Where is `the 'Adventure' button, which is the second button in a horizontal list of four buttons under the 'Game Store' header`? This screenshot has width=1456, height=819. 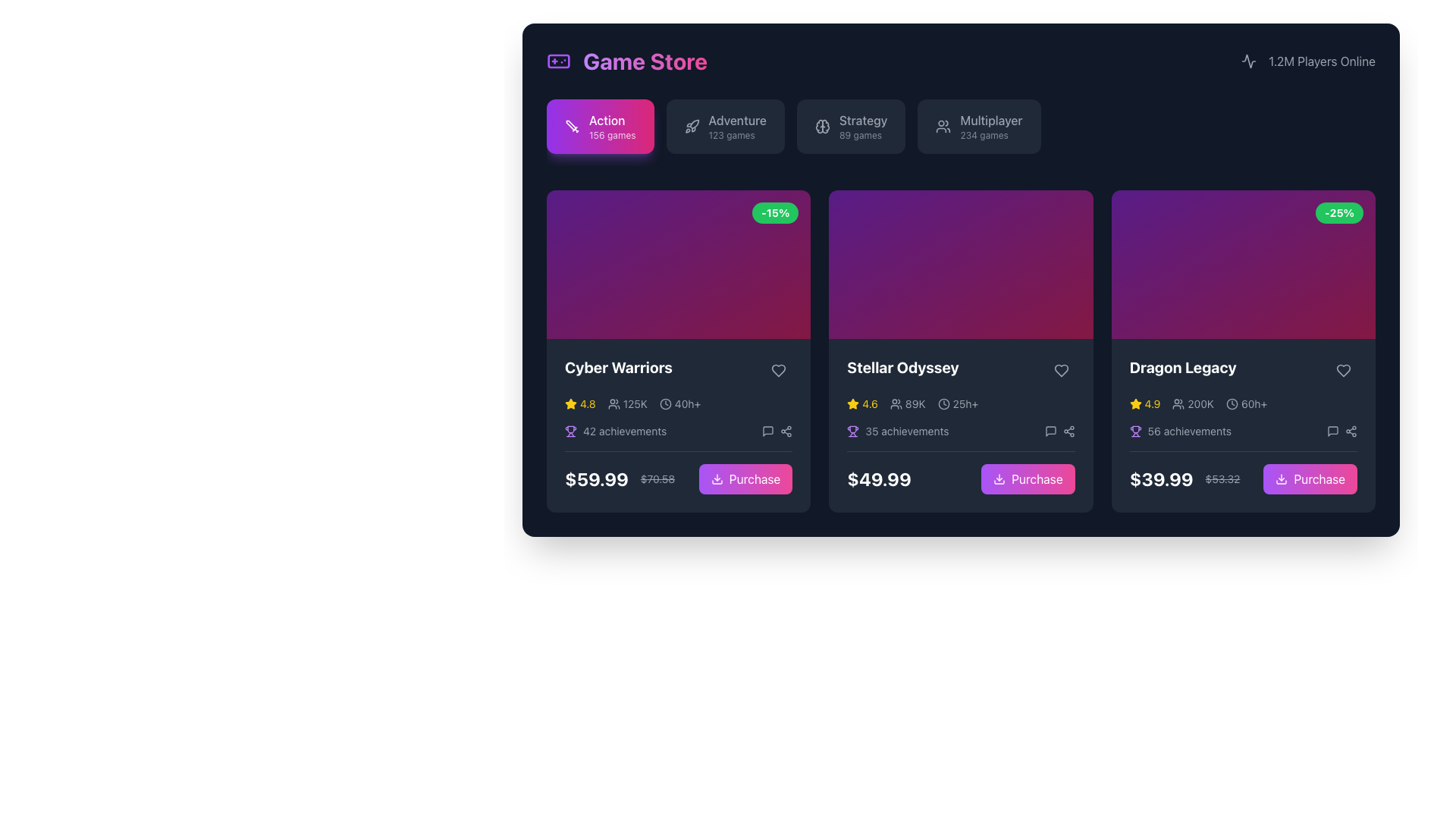 the 'Adventure' button, which is the second button in a horizontal list of four buttons under the 'Game Store' header is located at coordinates (737, 125).